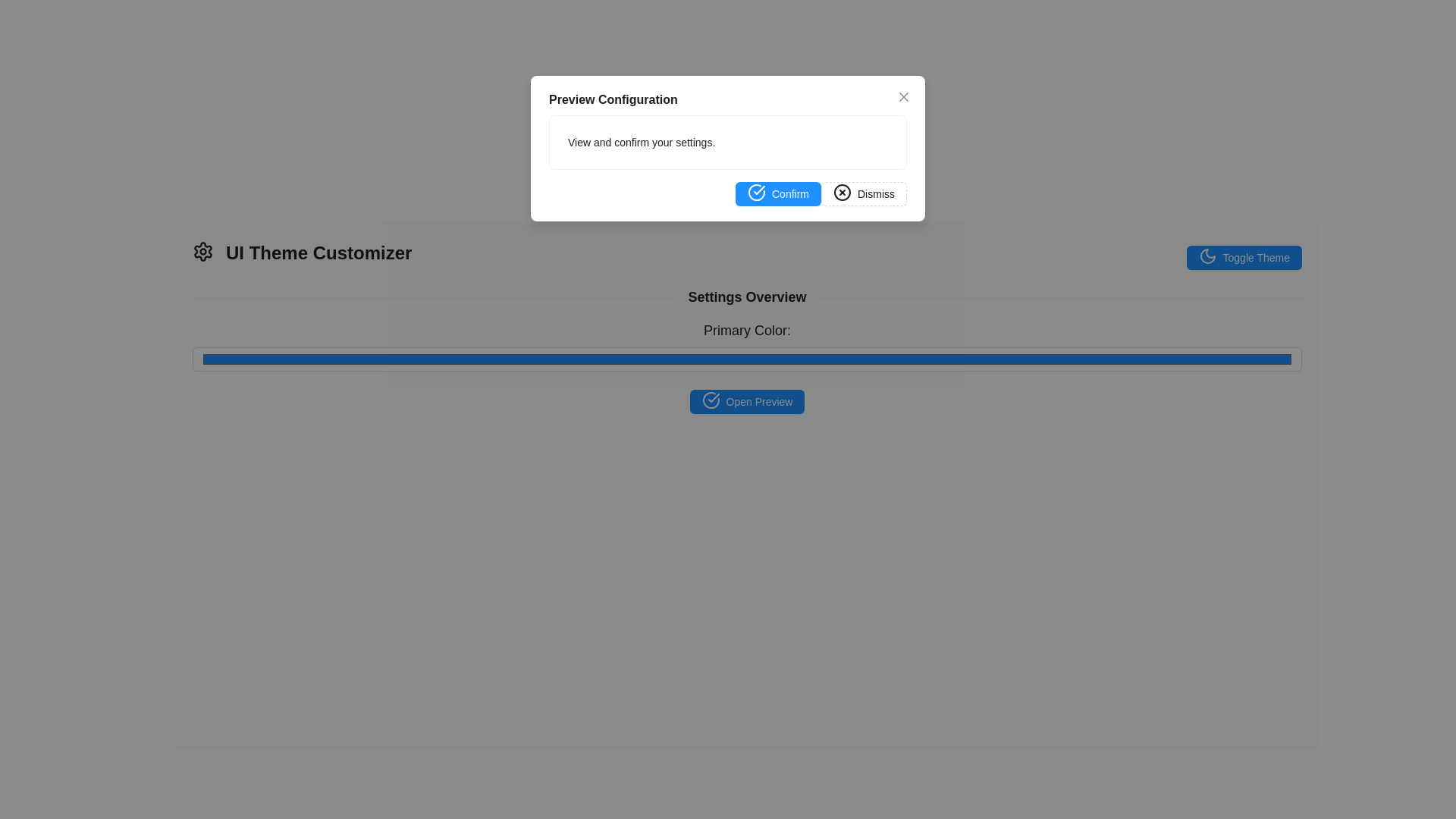  Describe the element at coordinates (202, 250) in the screenshot. I see `the settings icon for accessing UI theme customization options, located to the left of the 'UI Theme Customizer' text` at that location.